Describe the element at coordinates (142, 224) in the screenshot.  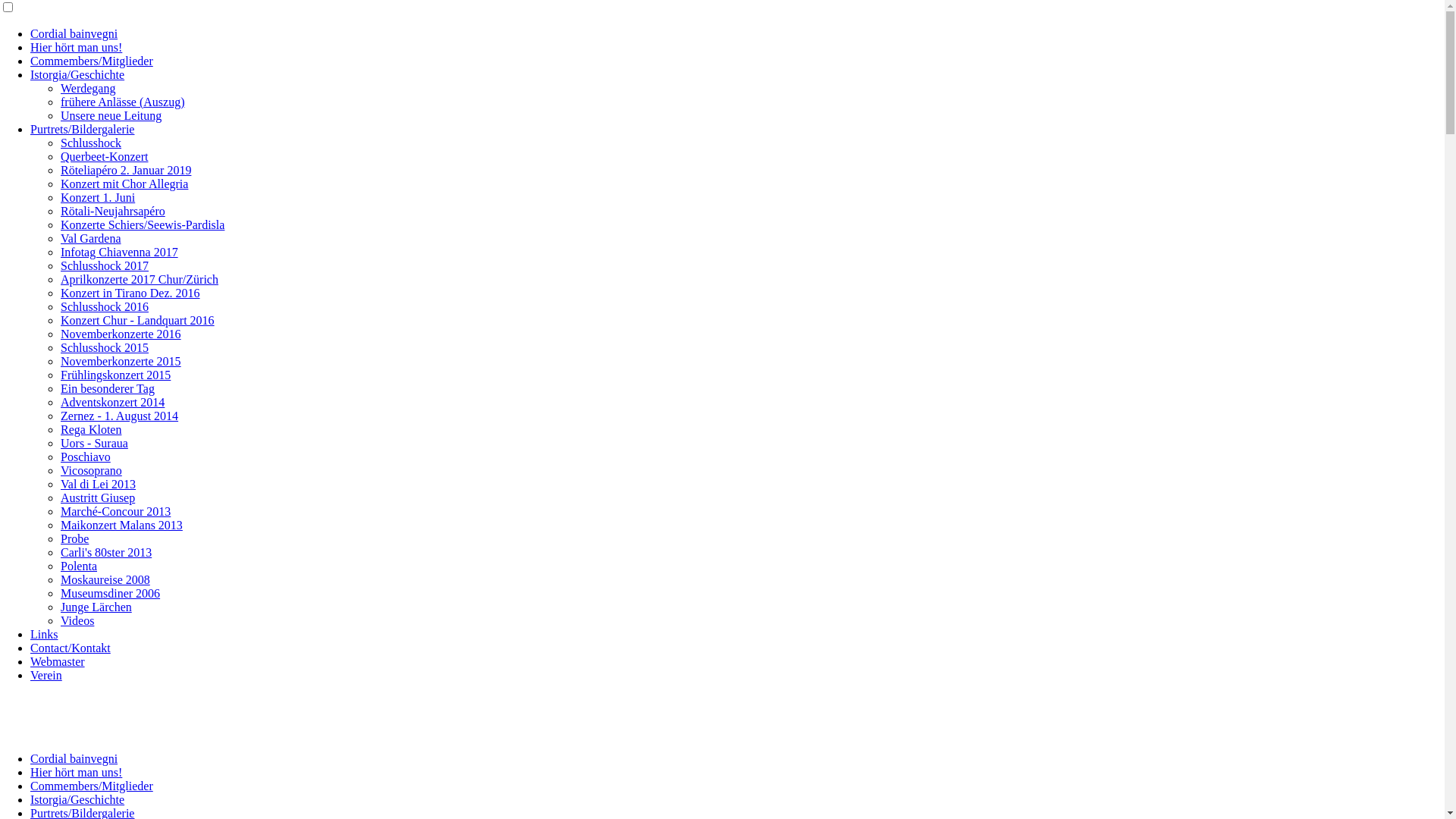
I see `'Konzerte Schiers/Seewis-Pardisla'` at that location.